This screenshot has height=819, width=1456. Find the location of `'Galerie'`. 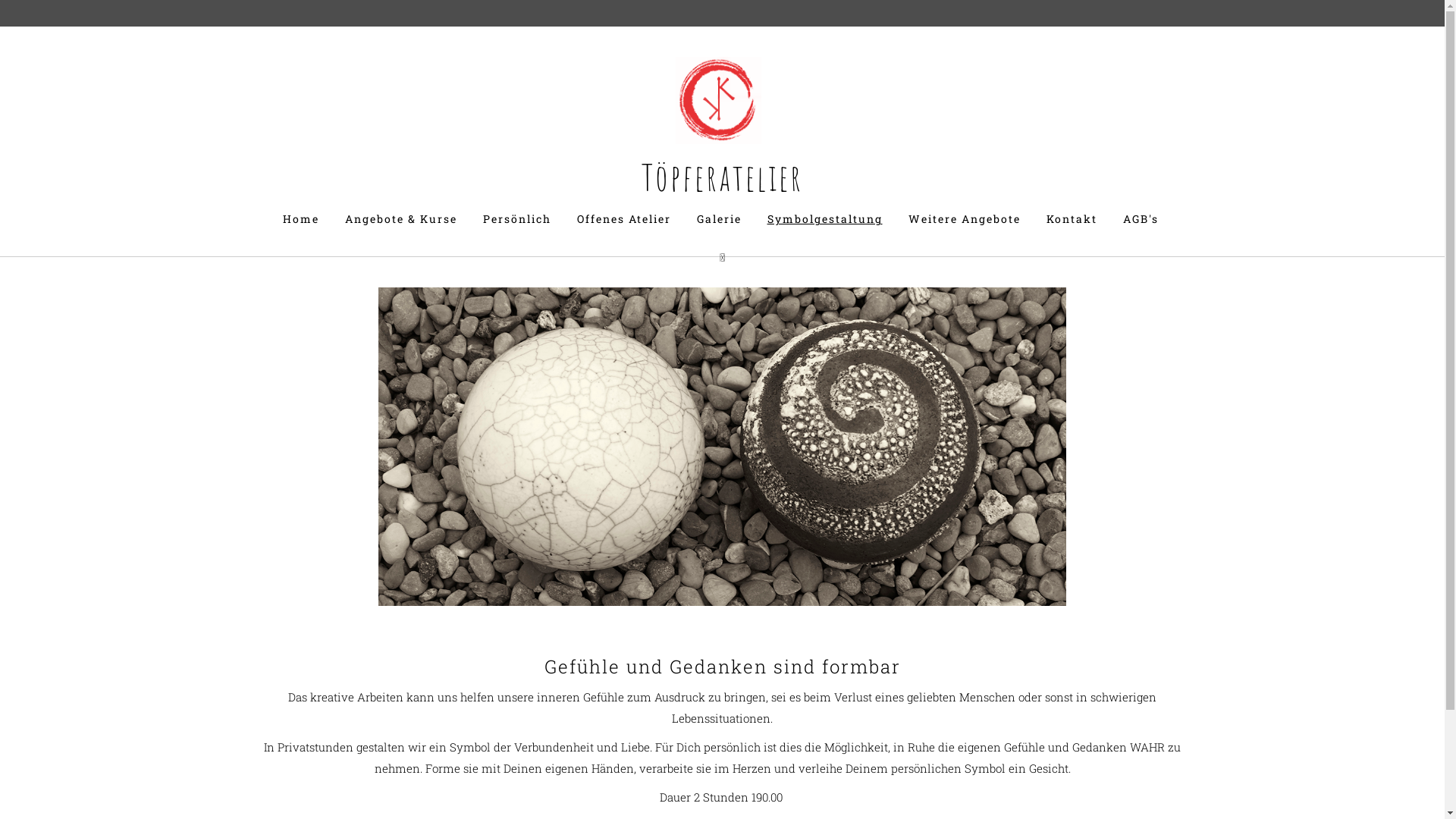

'Galerie' is located at coordinates (718, 219).